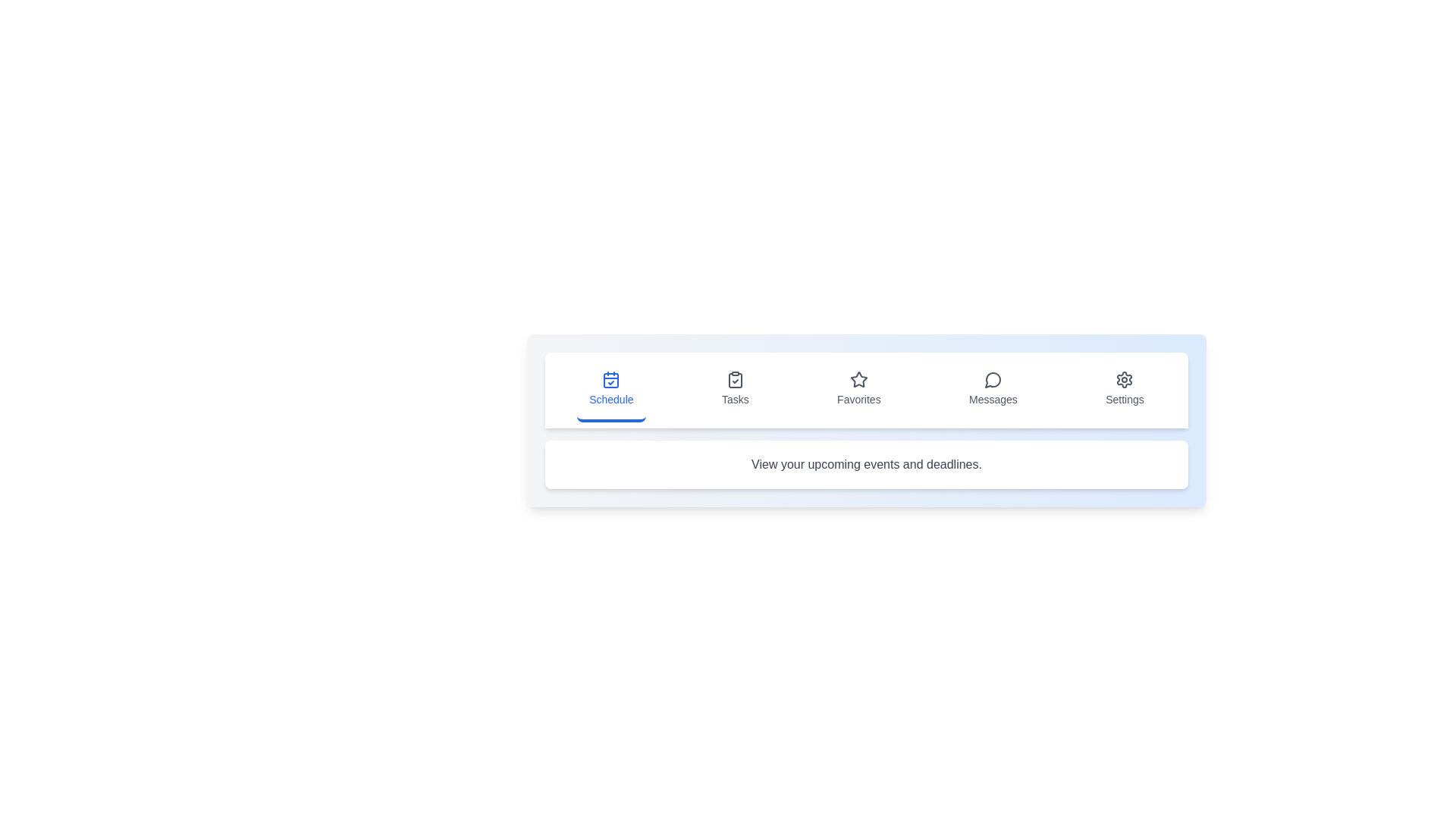  Describe the element at coordinates (993, 390) in the screenshot. I see `the tab labeled Messages` at that location.